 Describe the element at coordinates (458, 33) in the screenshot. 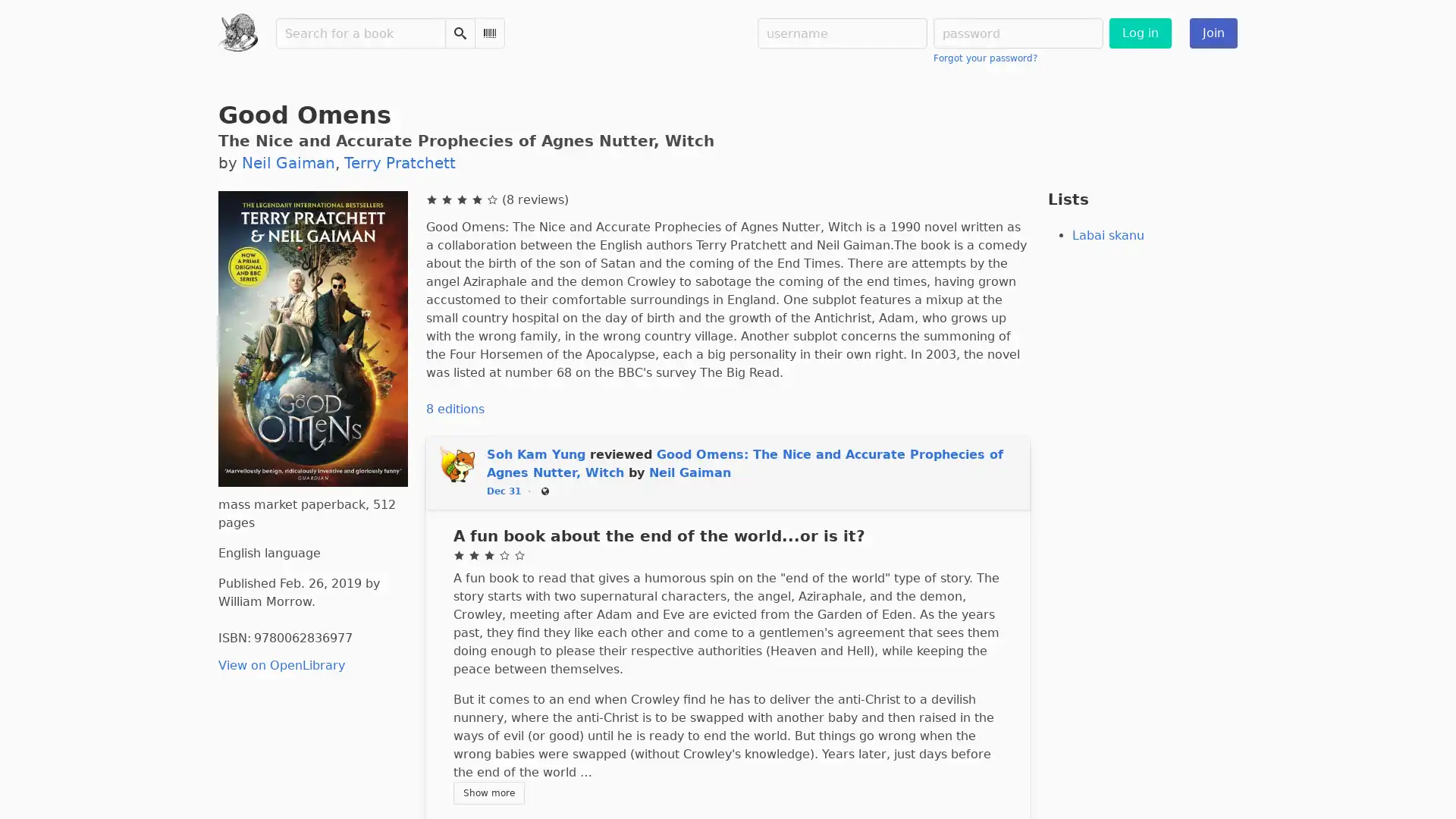

I see `Search` at that location.